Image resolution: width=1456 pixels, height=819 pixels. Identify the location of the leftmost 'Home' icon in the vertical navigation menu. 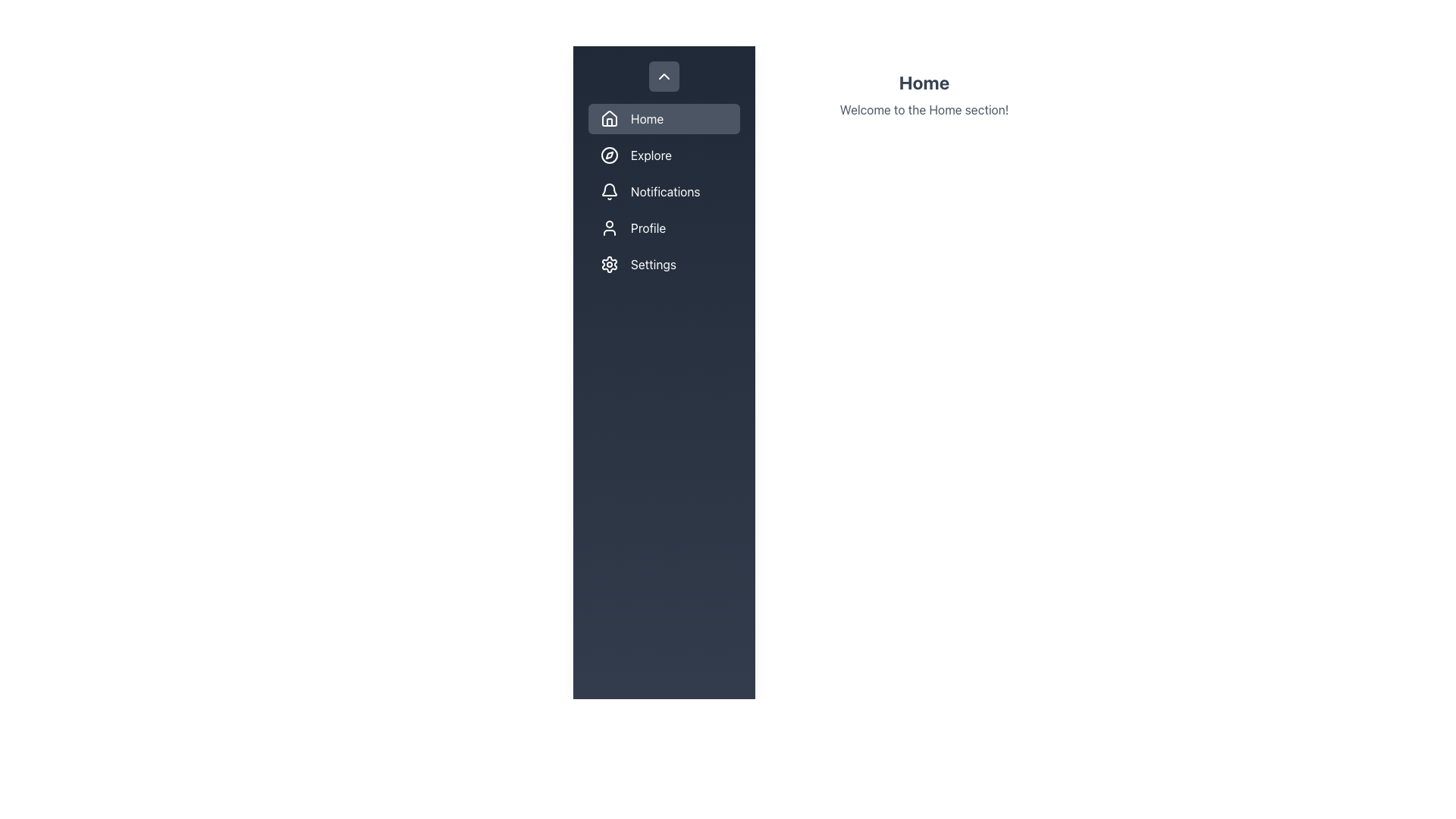
(610, 118).